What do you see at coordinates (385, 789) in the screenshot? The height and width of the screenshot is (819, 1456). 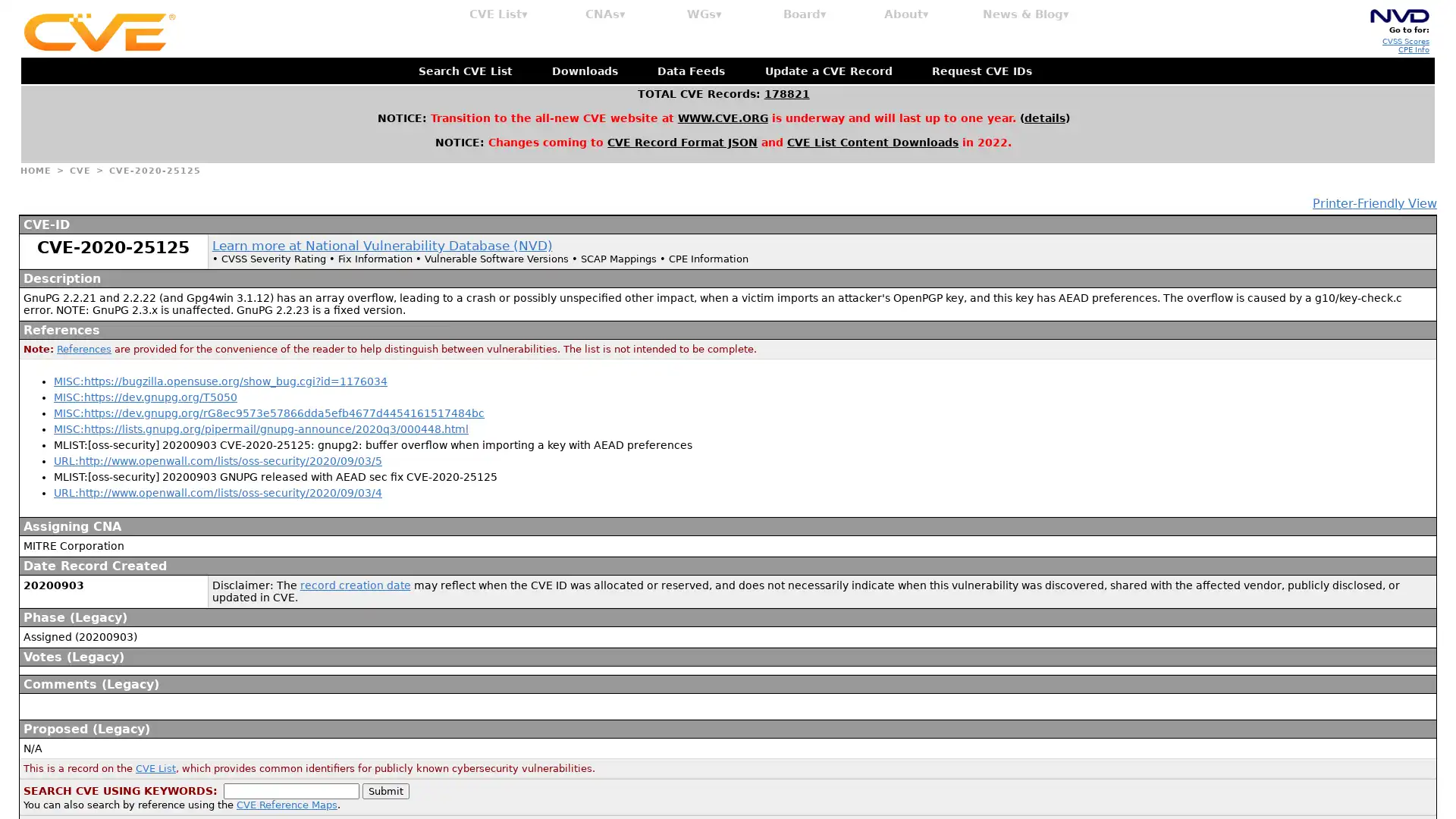 I see `Submit` at bounding box center [385, 789].